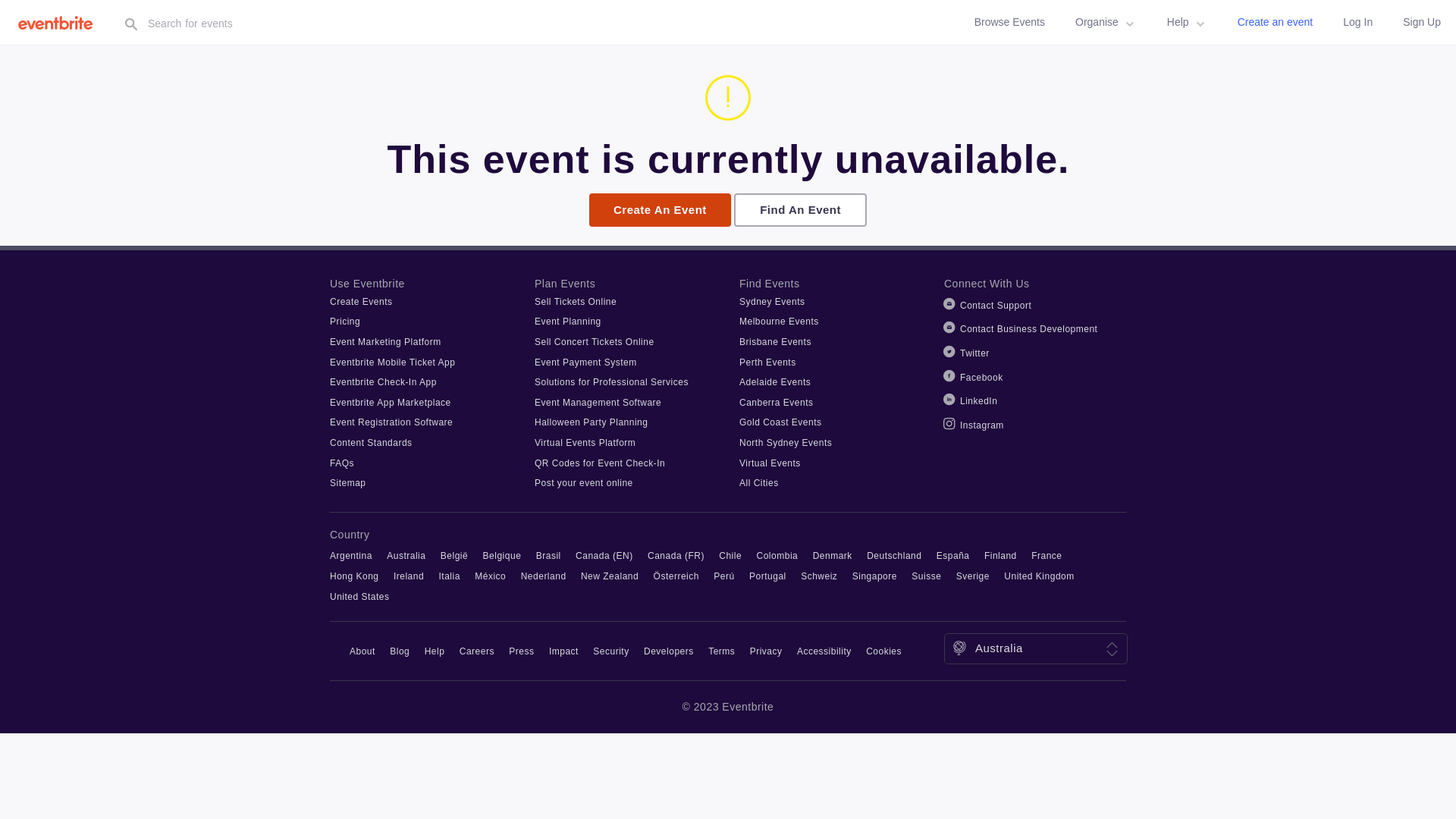  What do you see at coordinates (759, 482) in the screenshot?
I see `'All Cities'` at bounding box center [759, 482].